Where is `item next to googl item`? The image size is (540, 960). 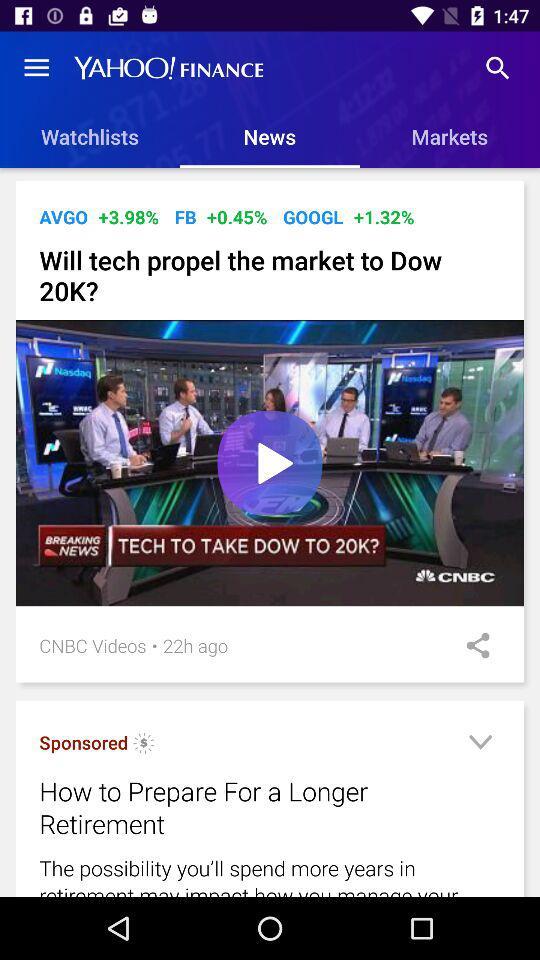
item next to googl item is located at coordinates (237, 217).